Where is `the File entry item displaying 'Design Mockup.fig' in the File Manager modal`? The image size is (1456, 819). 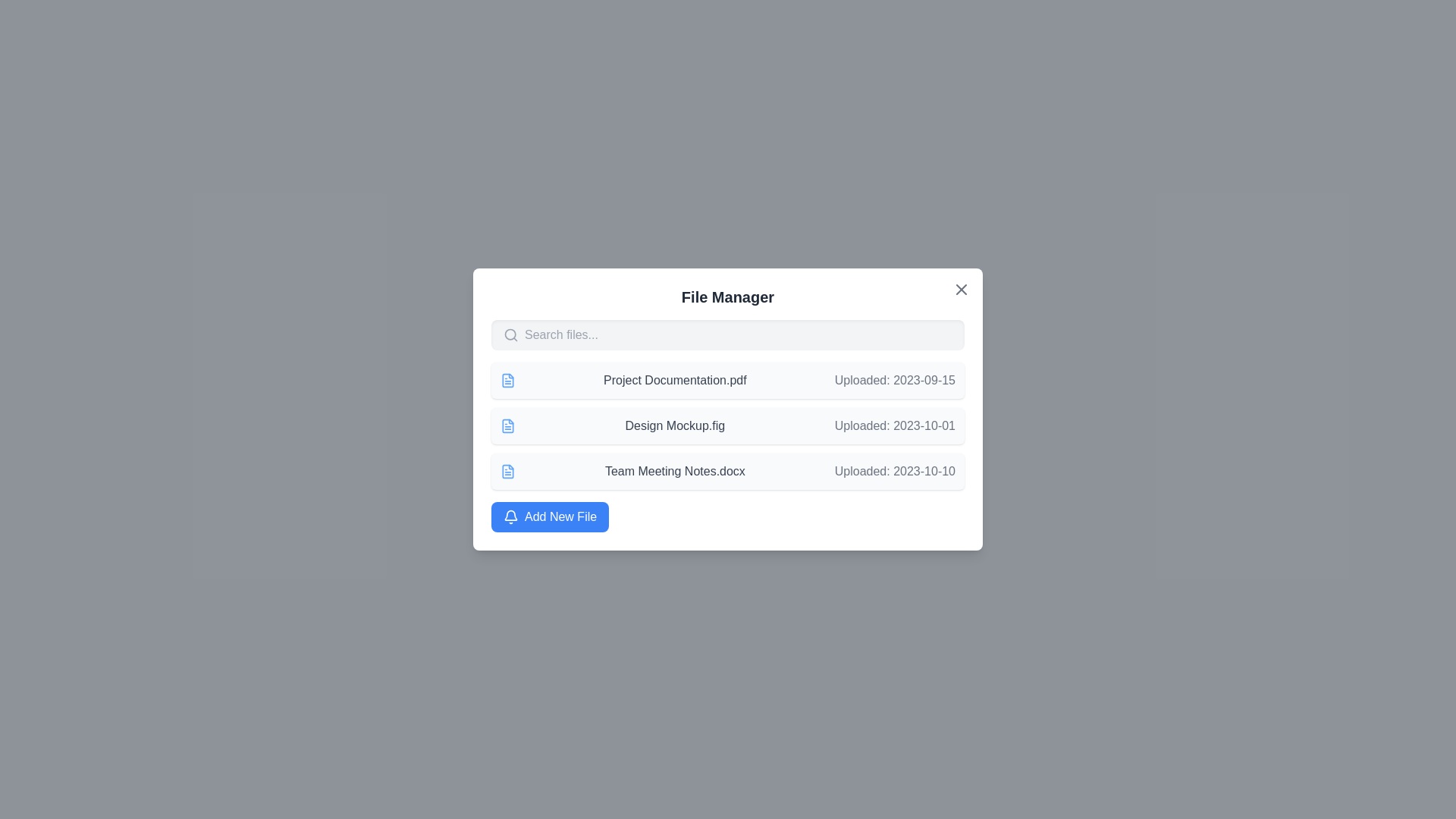
the File entry item displaying 'Design Mockup.fig' in the File Manager modal is located at coordinates (728, 409).